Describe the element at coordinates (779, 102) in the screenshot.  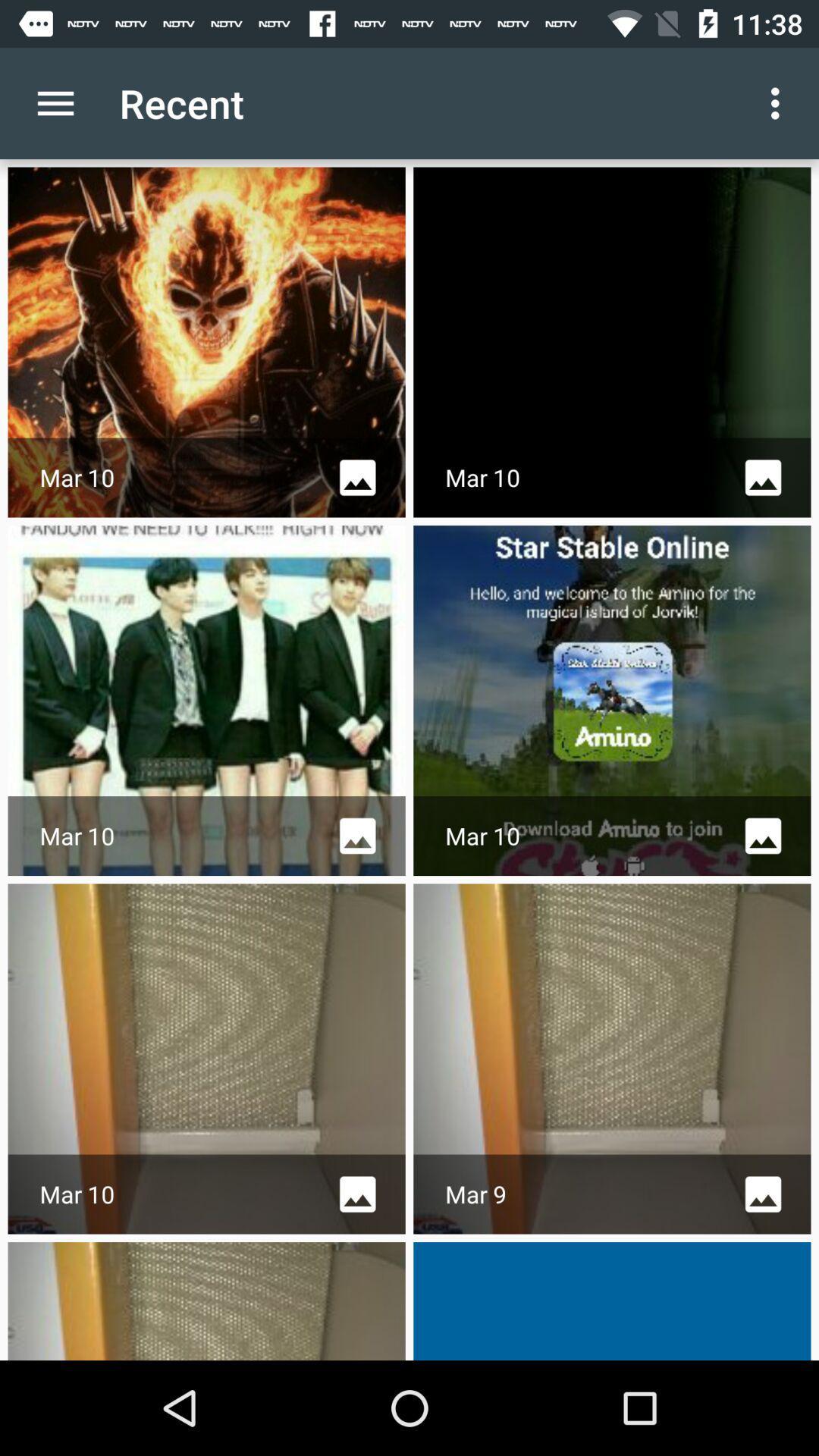
I see `the app next to recent icon` at that location.